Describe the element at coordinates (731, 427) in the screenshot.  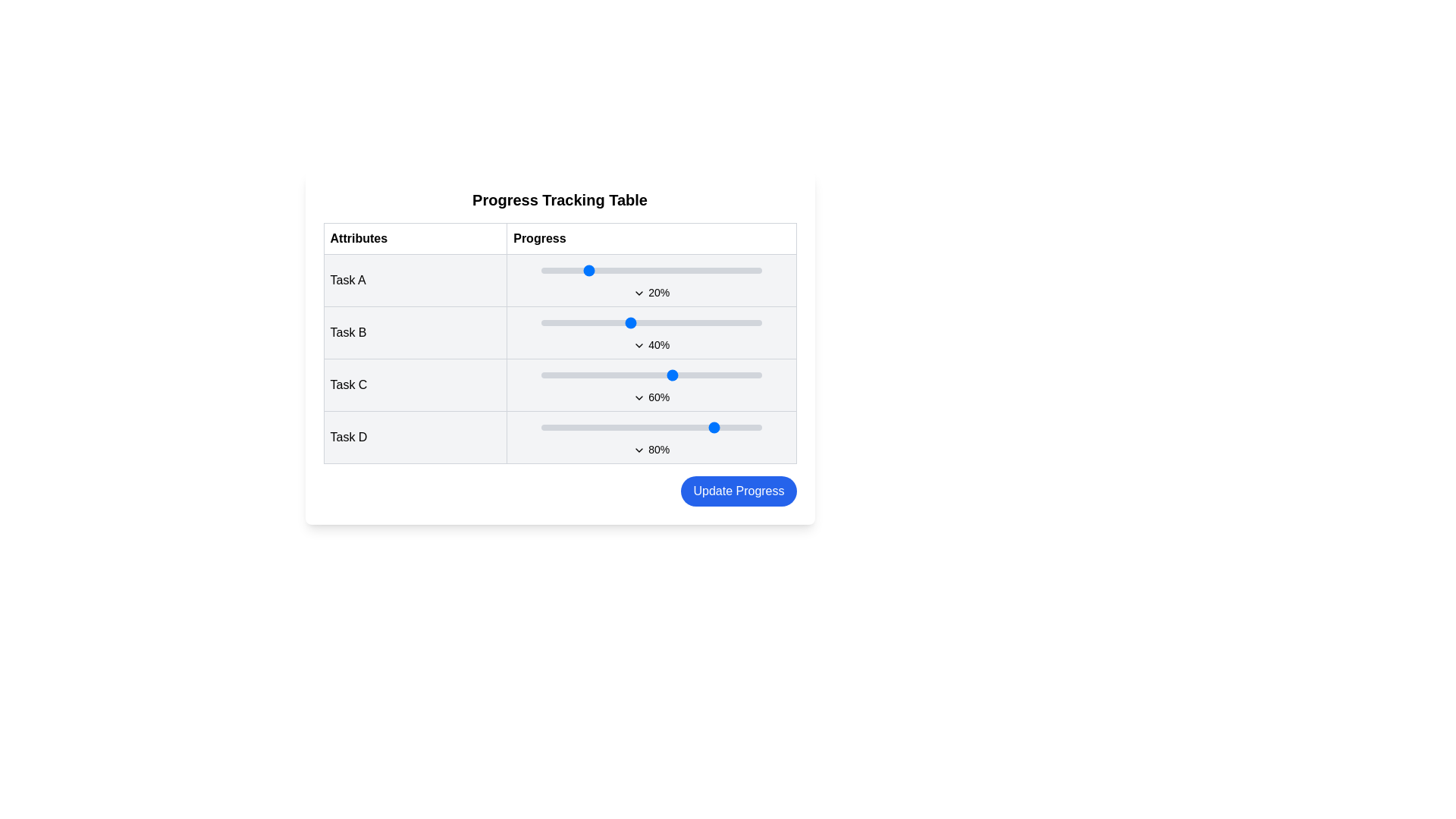
I see `the Task D progress value` at that location.